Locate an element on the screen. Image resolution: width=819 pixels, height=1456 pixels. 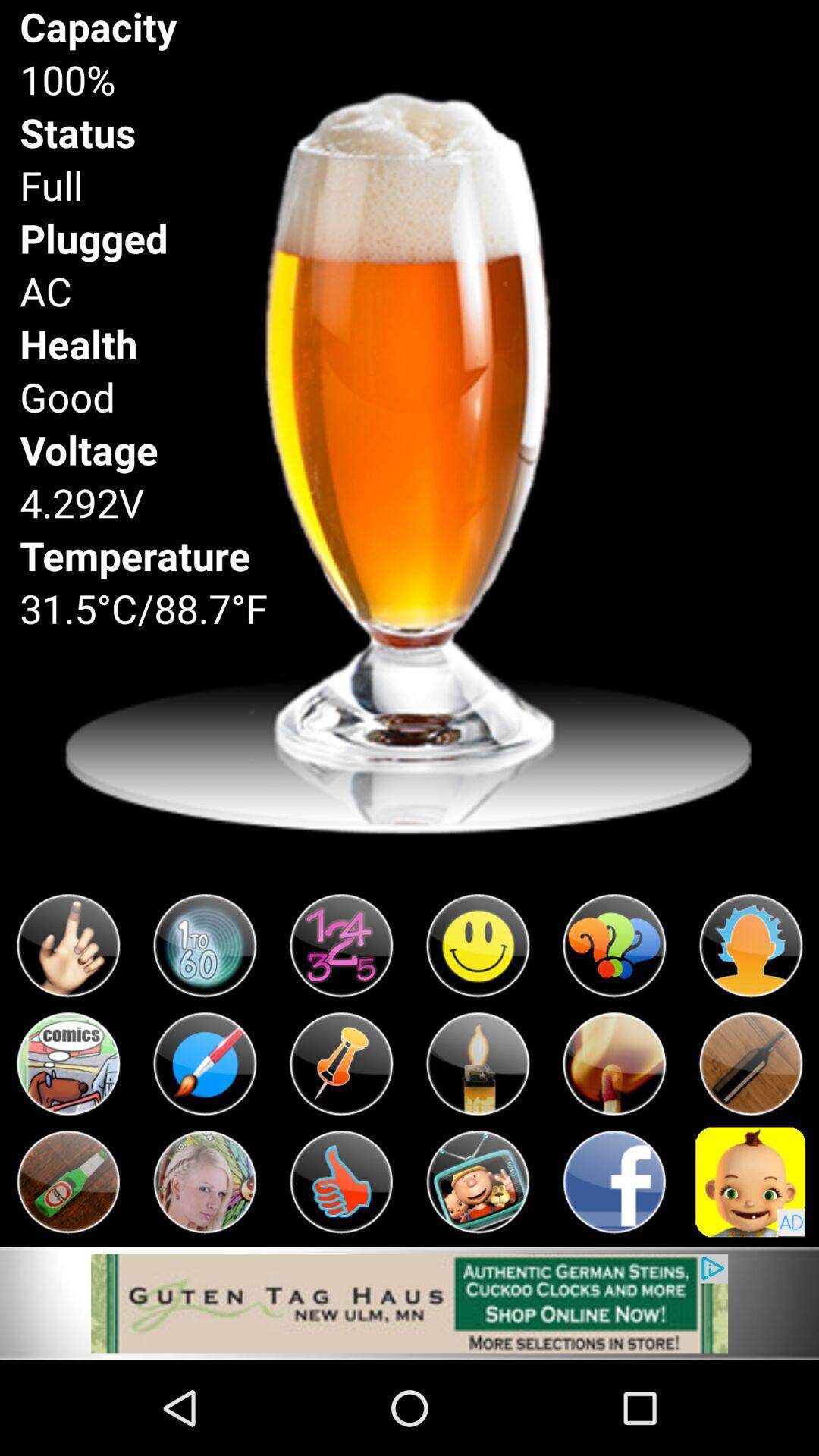
like option is located at coordinates (341, 1181).